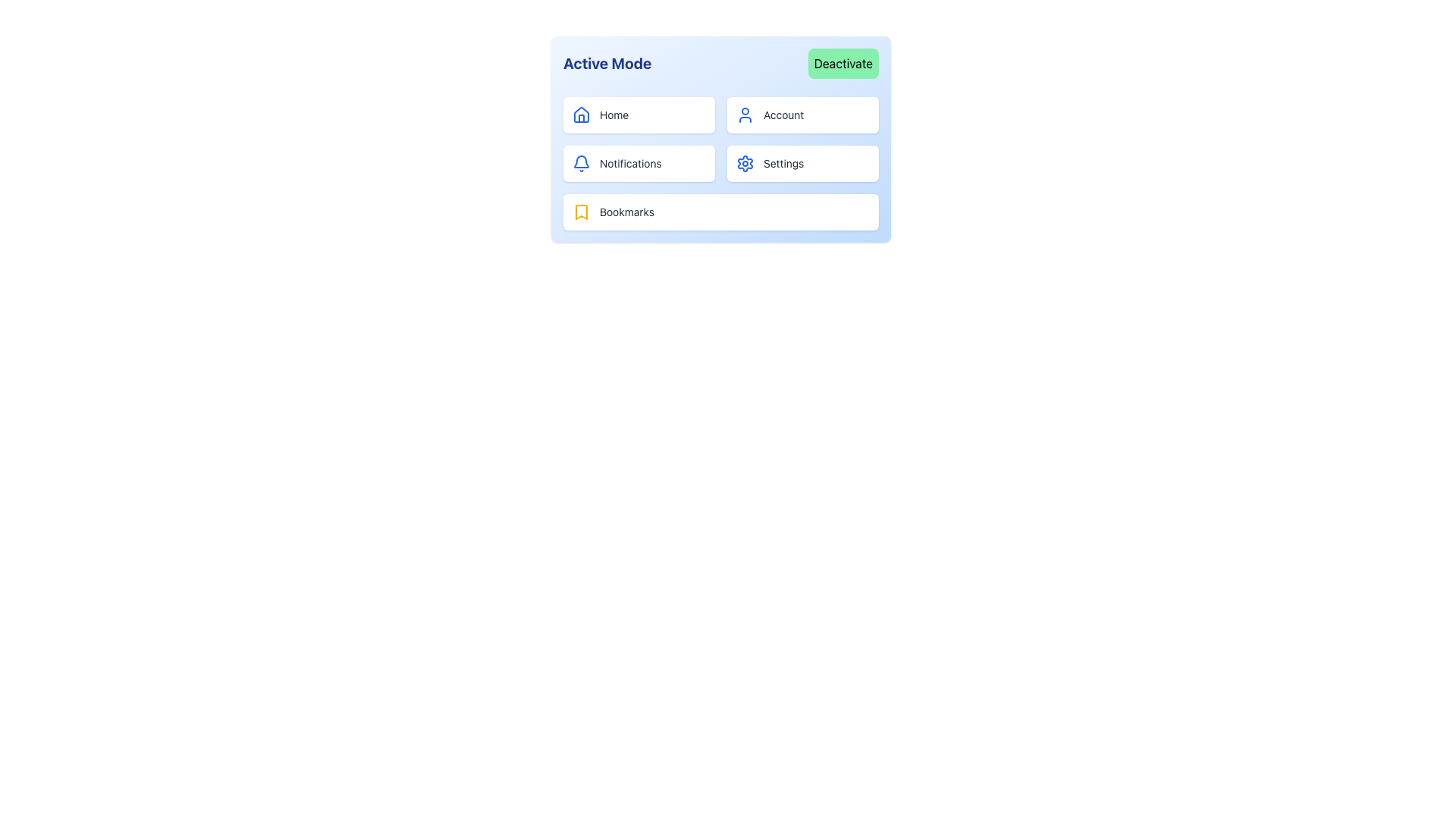 This screenshot has height=819, width=1456. I want to click on the 'Notifications' button-like interactive card, which features a blue bell icon and is located in the second row of the grid layout, so click(639, 164).